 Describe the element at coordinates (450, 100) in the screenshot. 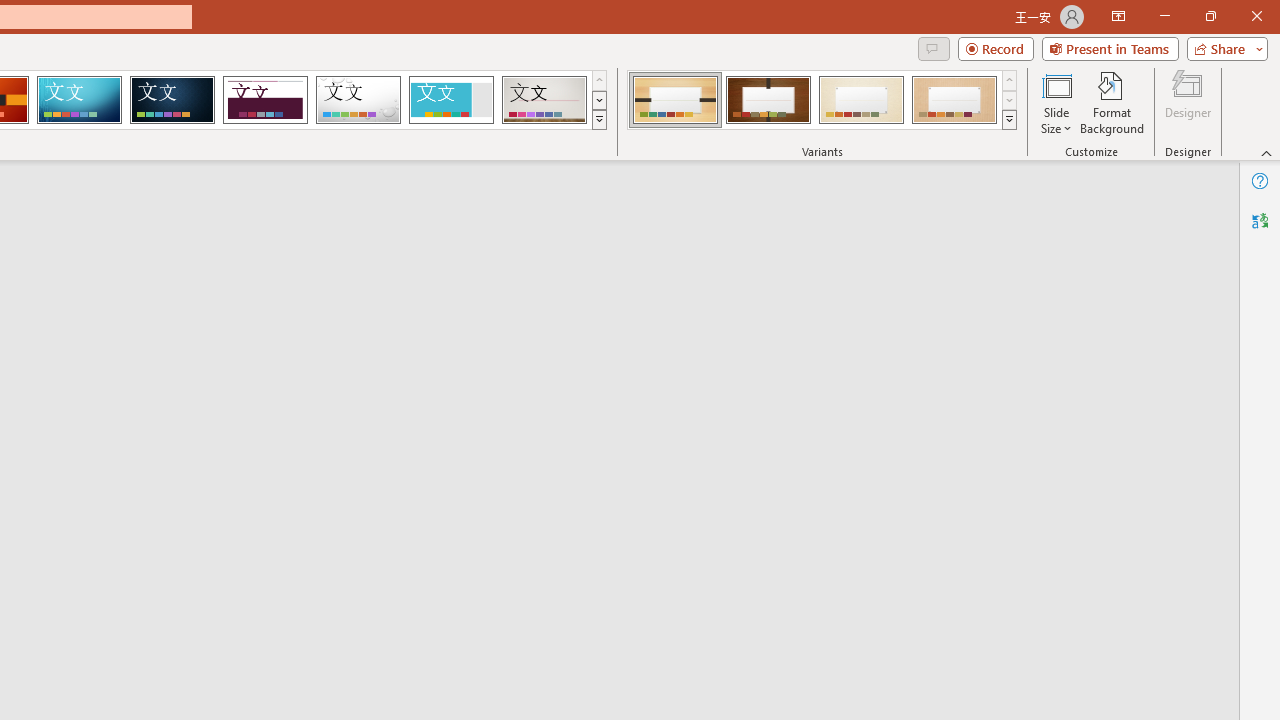

I see `'Frame'` at that location.